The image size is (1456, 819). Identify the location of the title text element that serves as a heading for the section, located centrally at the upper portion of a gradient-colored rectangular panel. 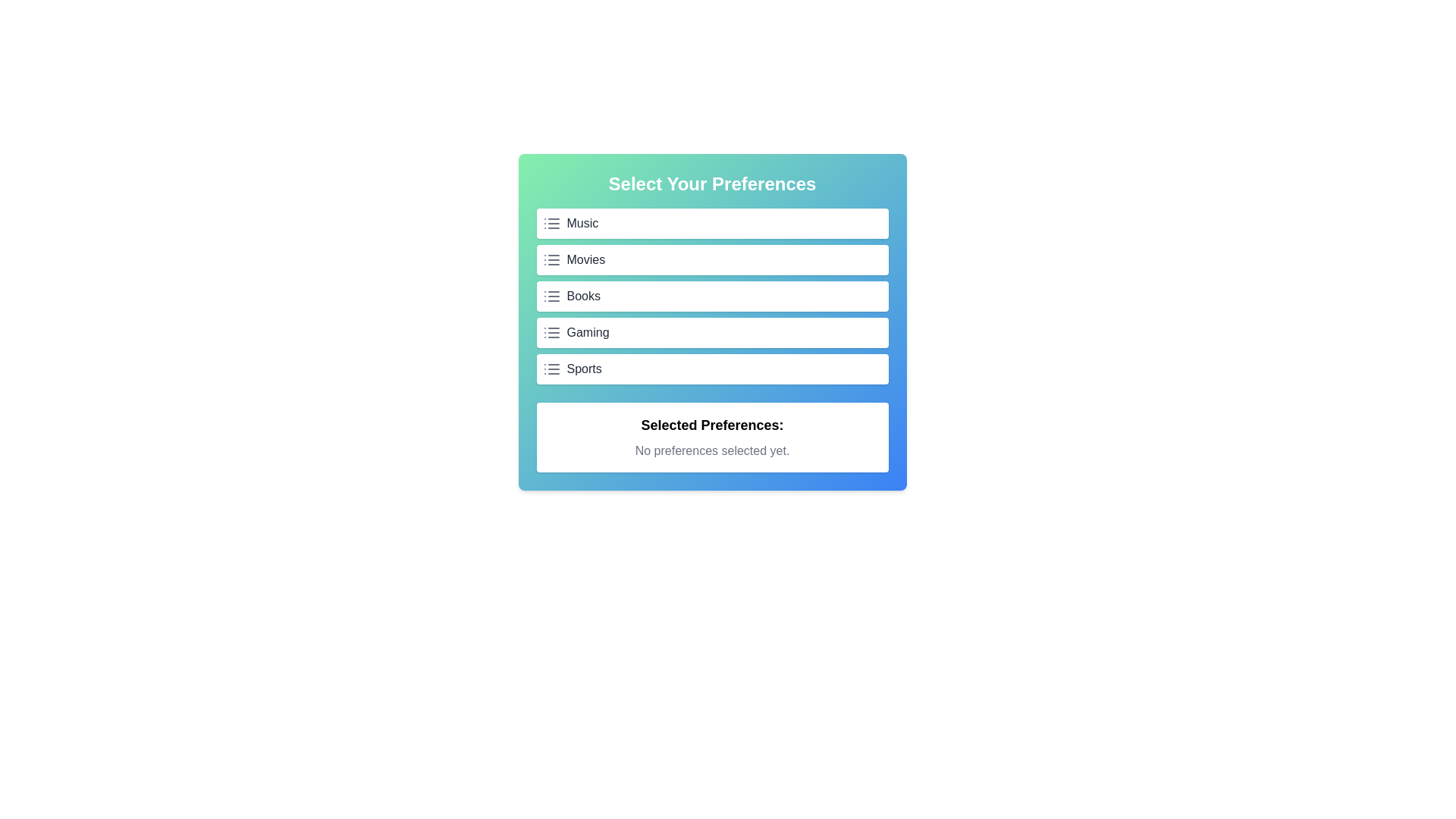
(711, 184).